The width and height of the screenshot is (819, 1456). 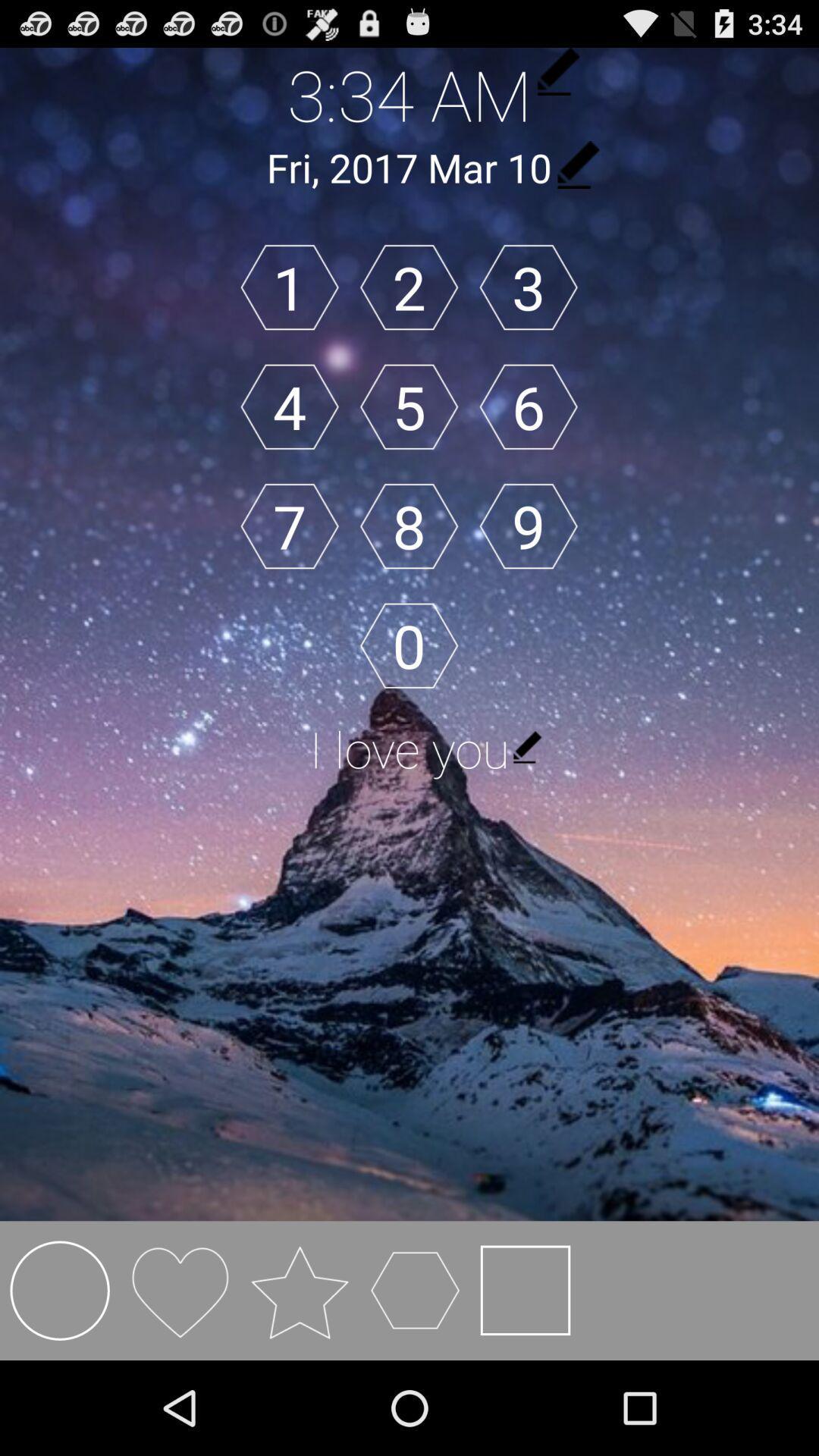 What do you see at coordinates (528, 406) in the screenshot?
I see `item above 9 icon` at bounding box center [528, 406].